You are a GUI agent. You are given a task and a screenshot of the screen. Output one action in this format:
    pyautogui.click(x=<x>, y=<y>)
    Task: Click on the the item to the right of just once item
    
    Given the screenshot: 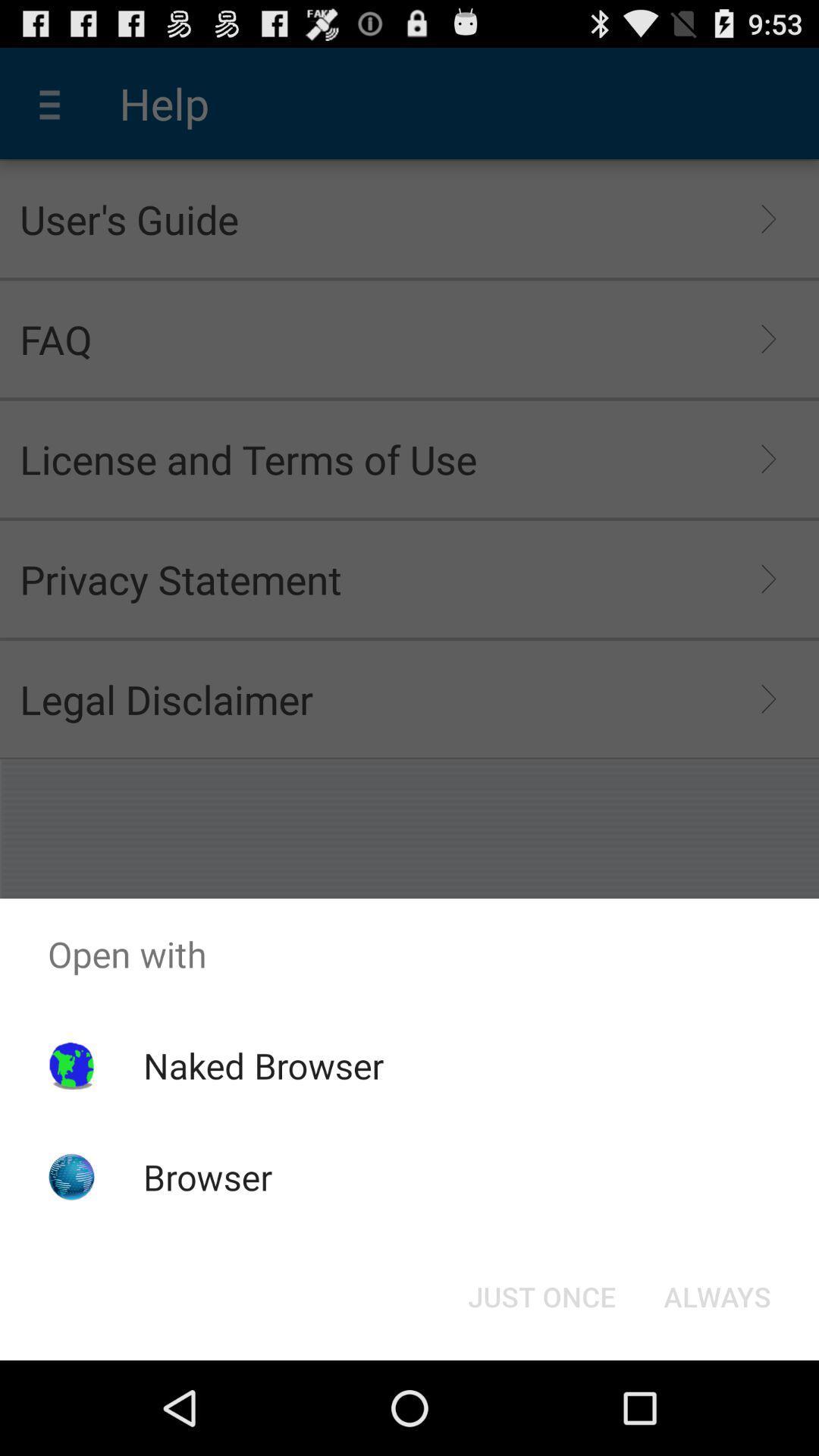 What is the action you would take?
    pyautogui.click(x=717, y=1295)
    